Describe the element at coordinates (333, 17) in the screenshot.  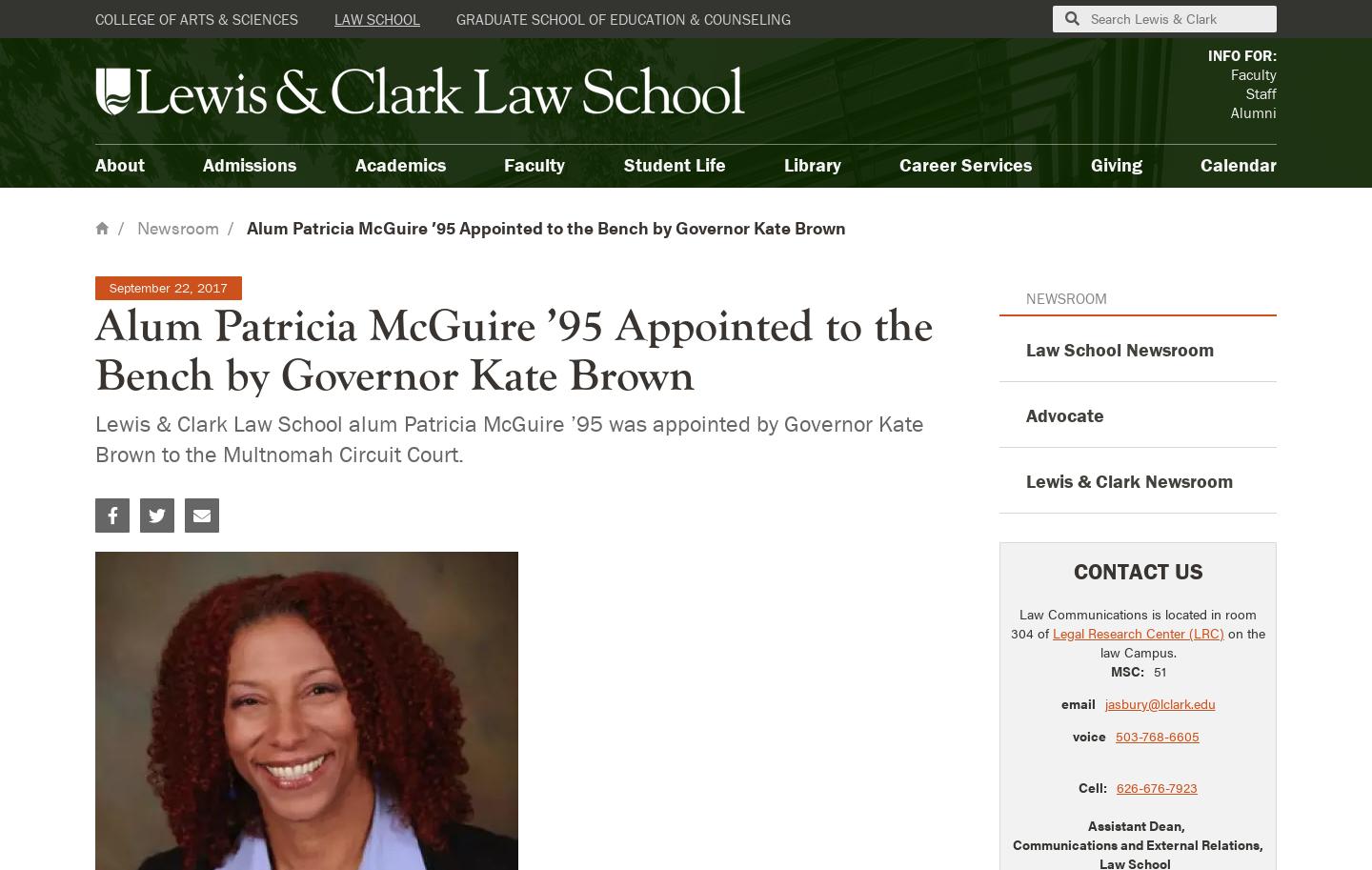
I see `'Law School'` at that location.